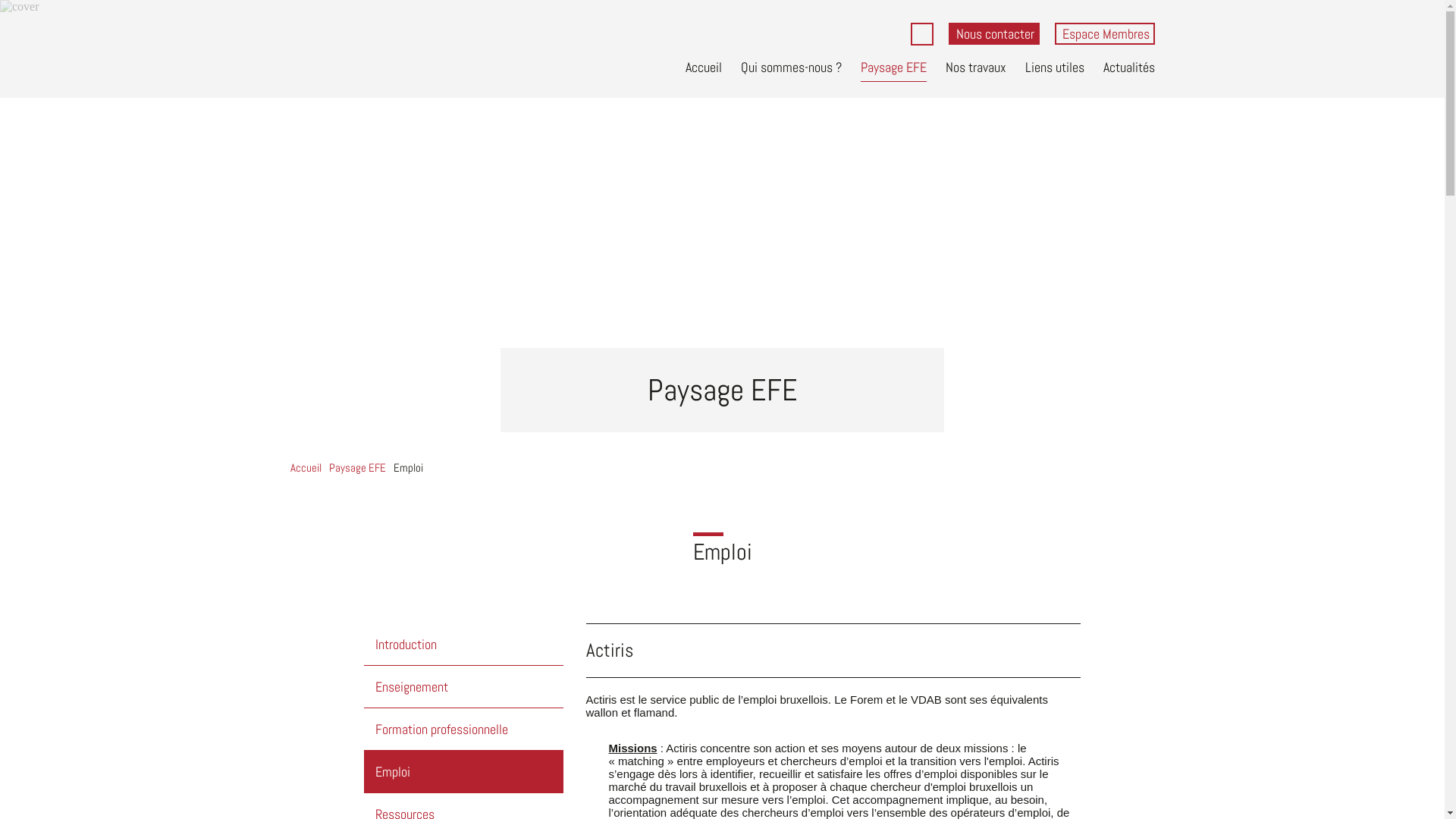 The width and height of the screenshot is (1456, 819). What do you see at coordinates (304, 466) in the screenshot?
I see `'Accueil'` at bounding box center [304, 466].